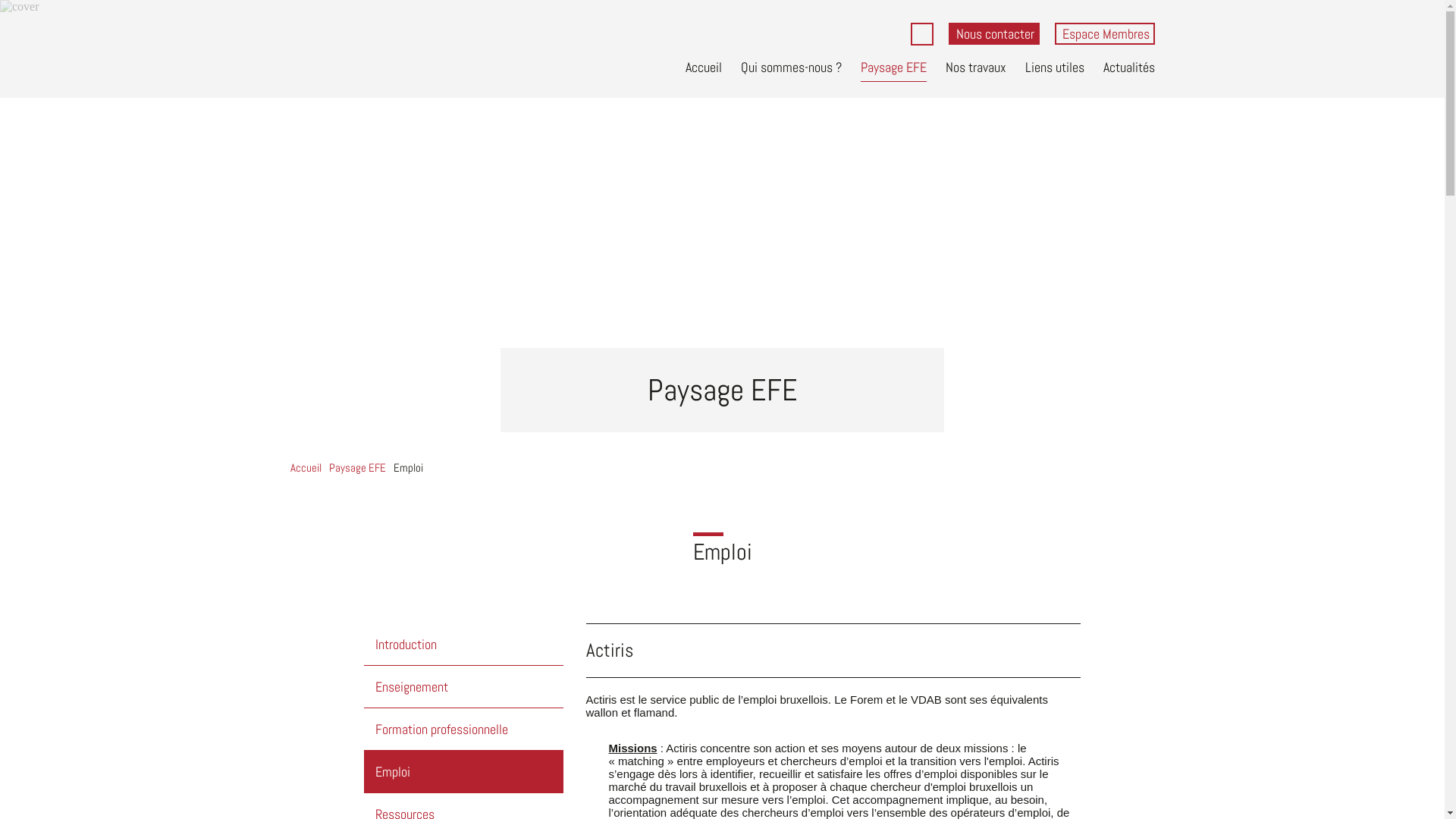 The width and height of the screenshot is (1456, 819). What do you see at coordinates (304, 466) in the screenshot?
I see `'Accueil'` at bounding box center [304, 466].